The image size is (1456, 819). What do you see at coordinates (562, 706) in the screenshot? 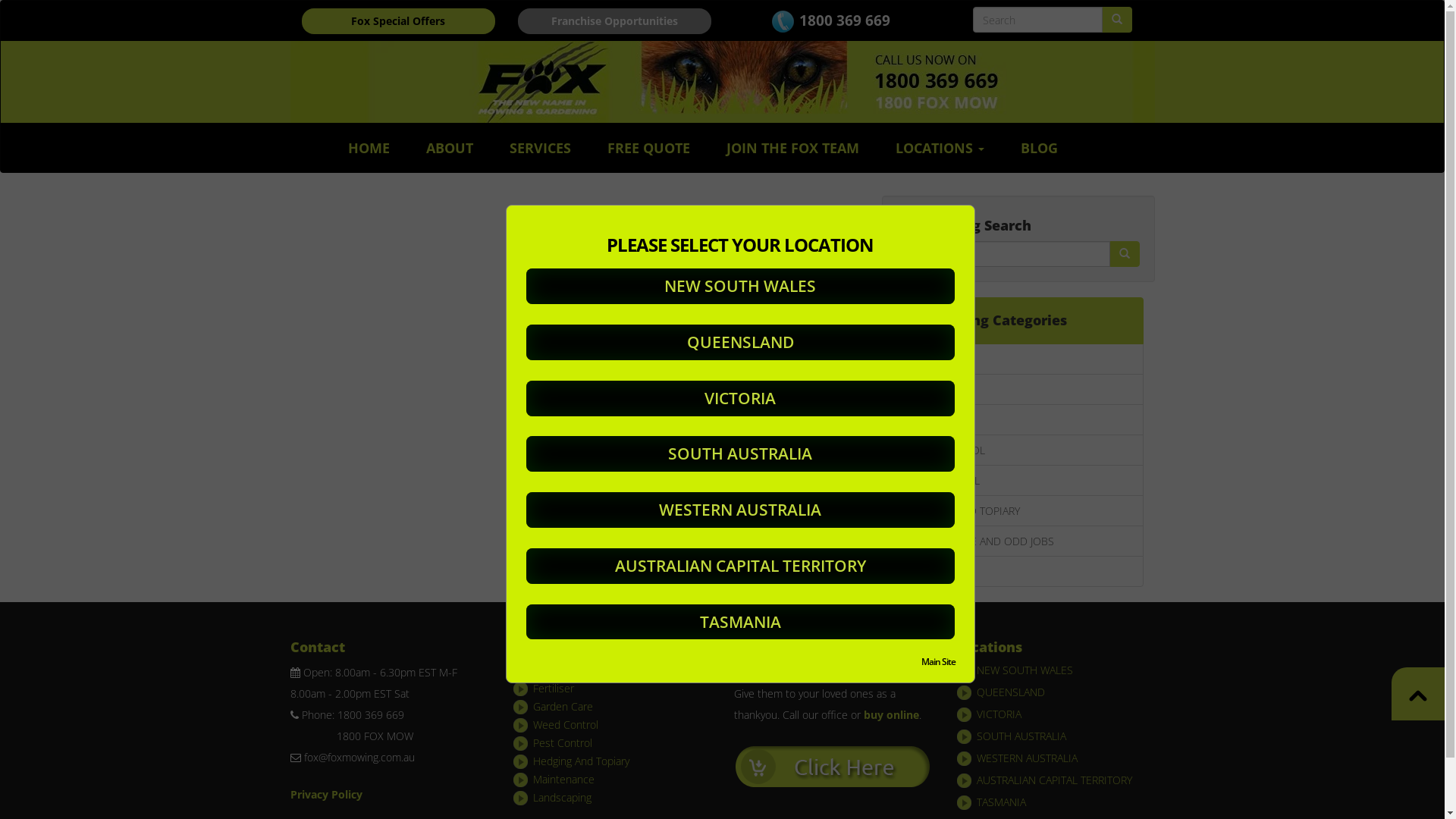
I see `'Garden Care'` at bounding box center [562, 706].